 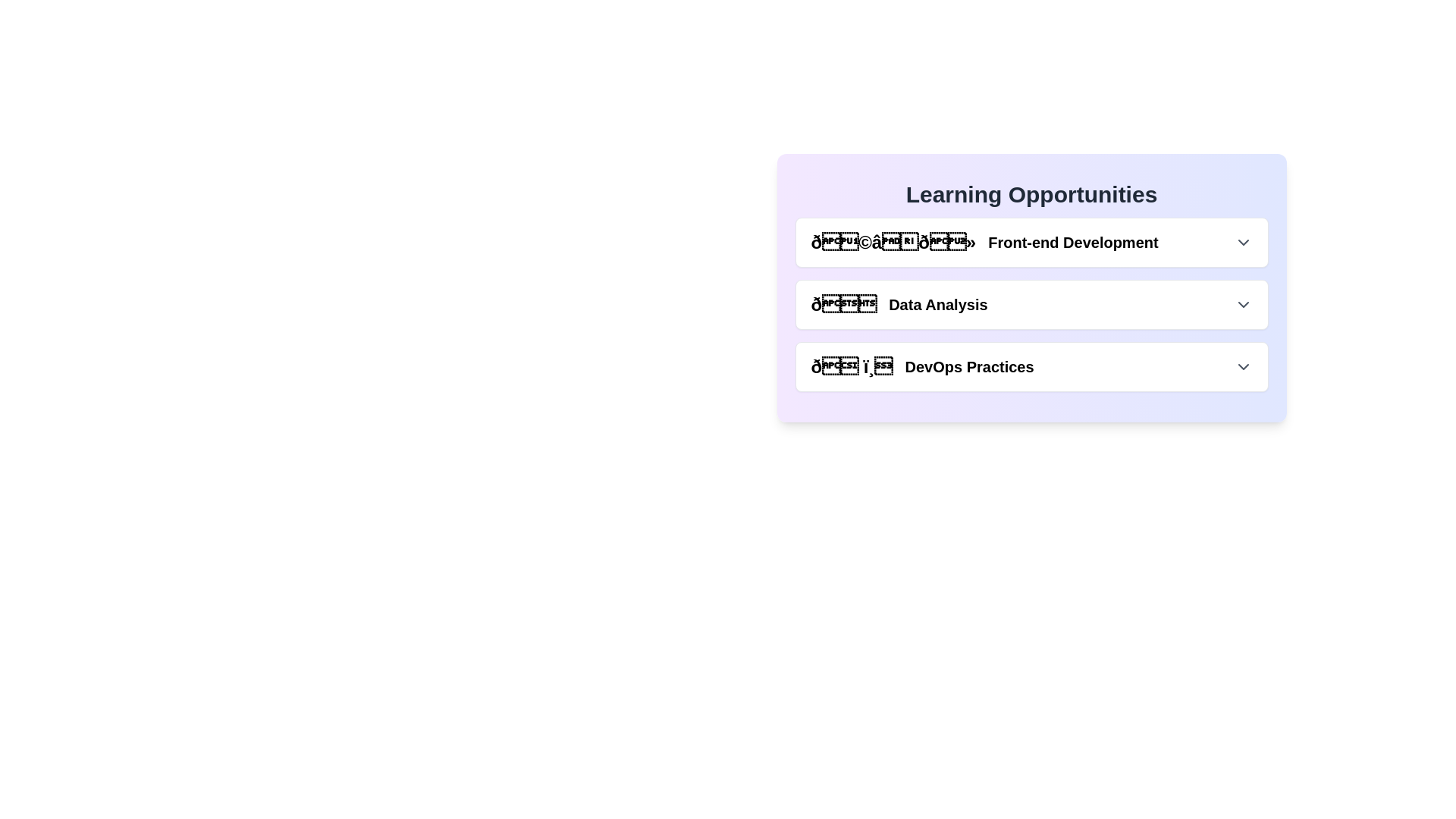 What do you see at coordinates (893, 242) in the screenshot?
I see `the graphic/icon representing 'Front-end Development' located at the beginning of the list item, which serves as a visual cue for the associated label` at bounding box center [893, 242].